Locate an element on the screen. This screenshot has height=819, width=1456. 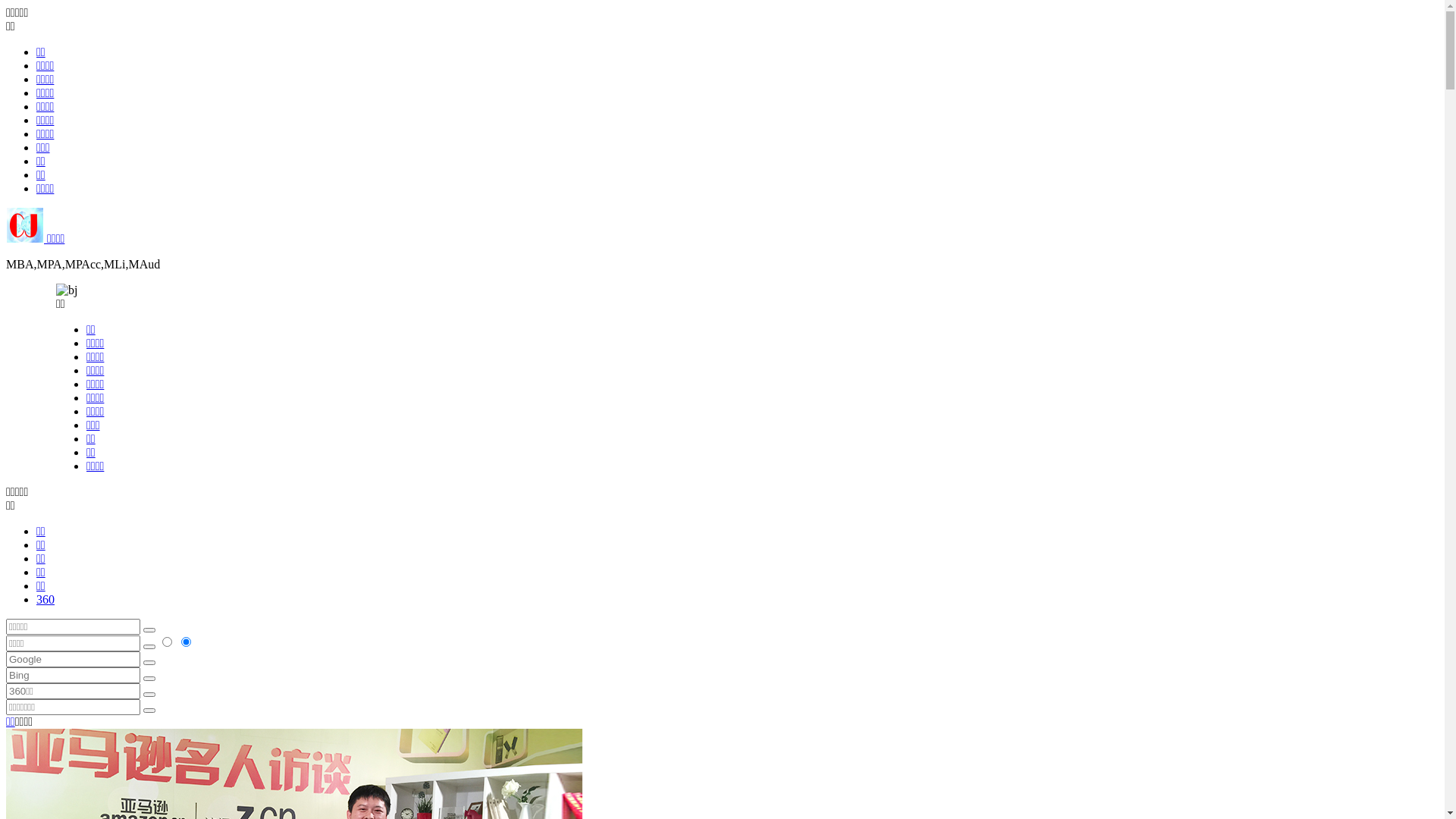
'360' is located at coordinates (45, 598).